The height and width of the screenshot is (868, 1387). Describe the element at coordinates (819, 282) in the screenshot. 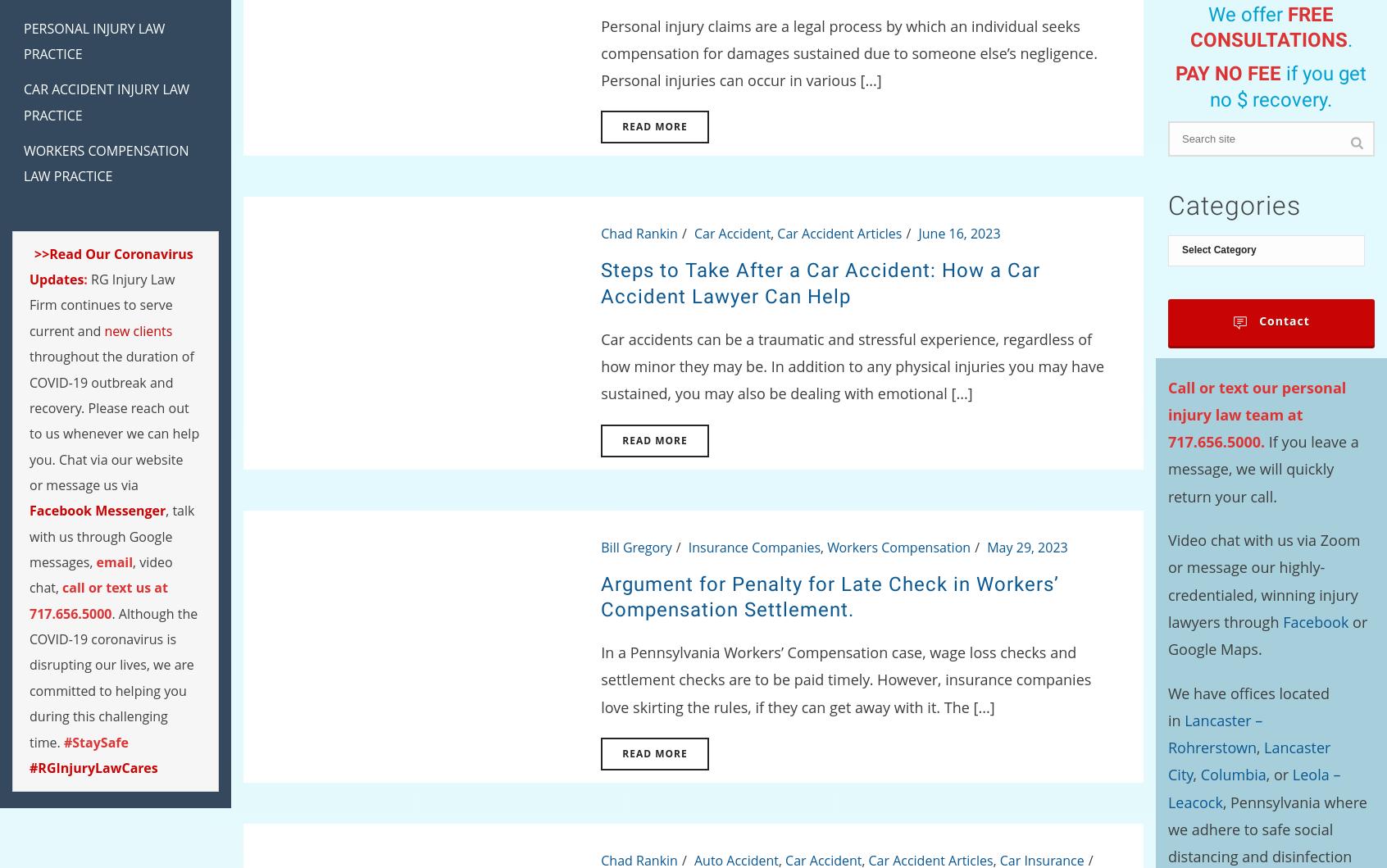

I see `'Steps to Take After a Car Accident: How a Car Accident Lawyer Can Help'` at that location.